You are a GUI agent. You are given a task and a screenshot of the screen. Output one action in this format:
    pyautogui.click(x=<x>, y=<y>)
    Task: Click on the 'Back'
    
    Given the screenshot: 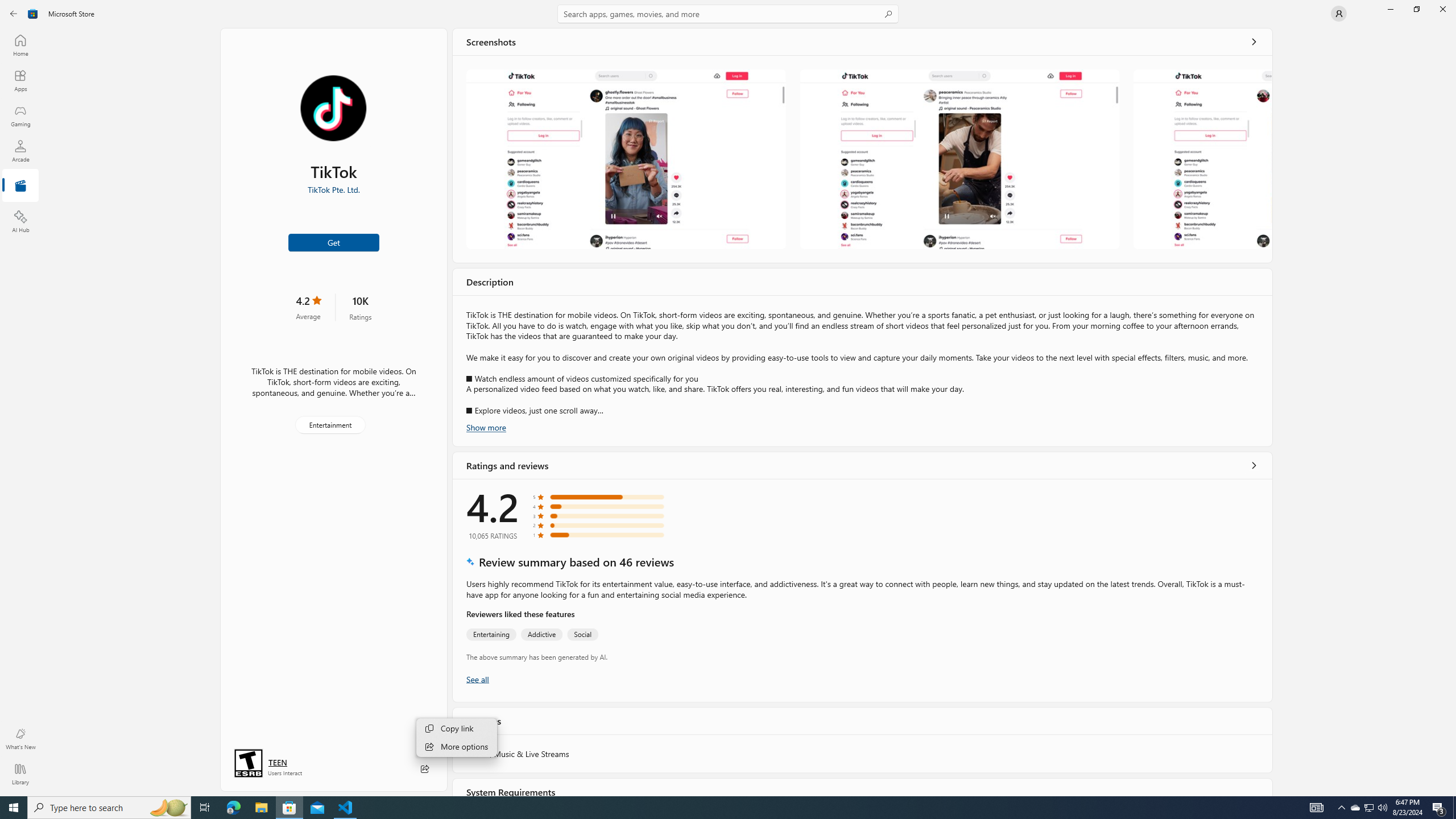 What is the action you would take?
    pyautogui.click(x=14, y=13)
    